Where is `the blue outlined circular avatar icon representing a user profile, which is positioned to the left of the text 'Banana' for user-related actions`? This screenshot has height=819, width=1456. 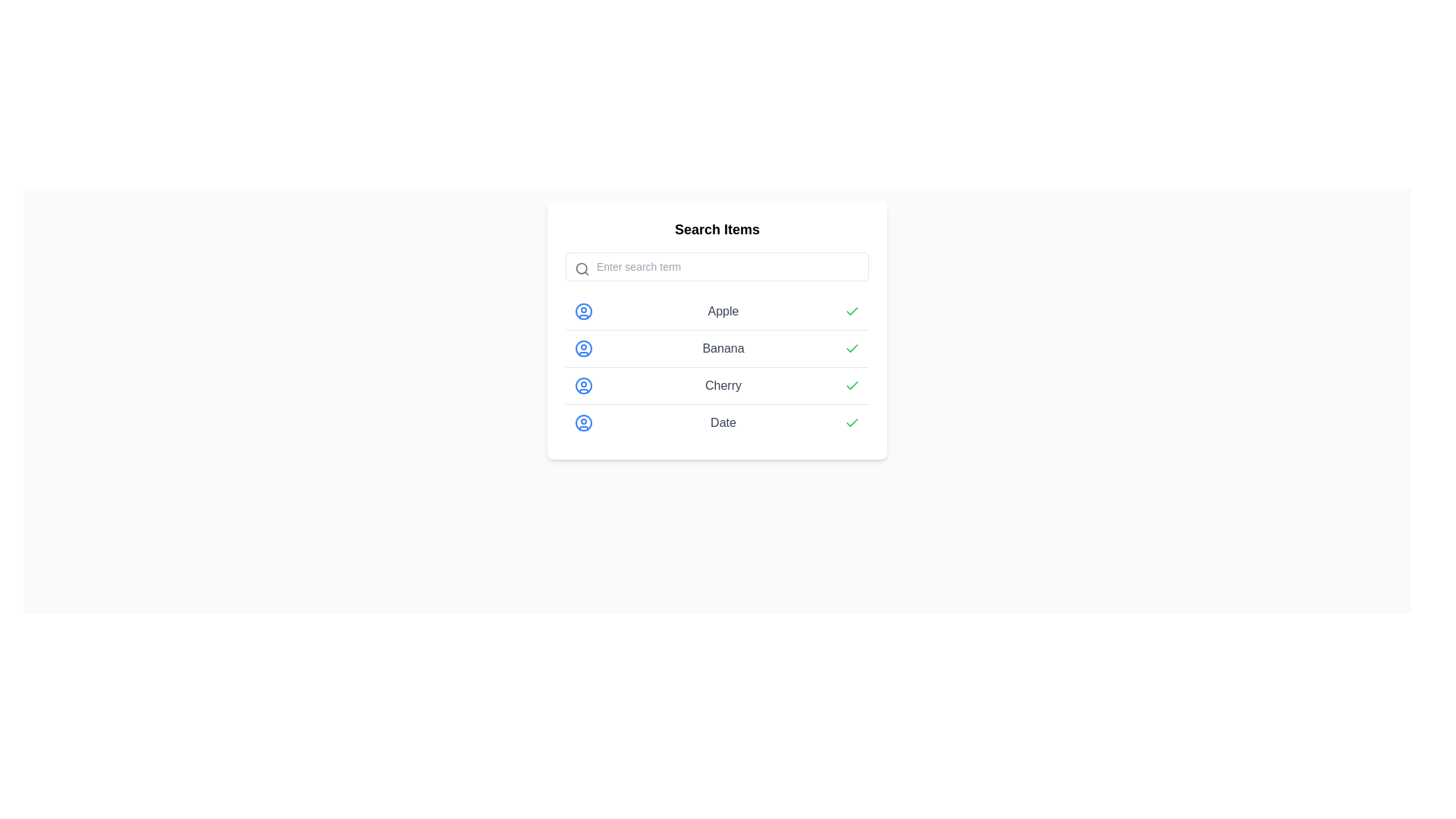 the blue outlined circular avatar icon representing a user profile, which is positioned to the left of the text 'Banana' for user-related actions is located at coordinates (582, 348).